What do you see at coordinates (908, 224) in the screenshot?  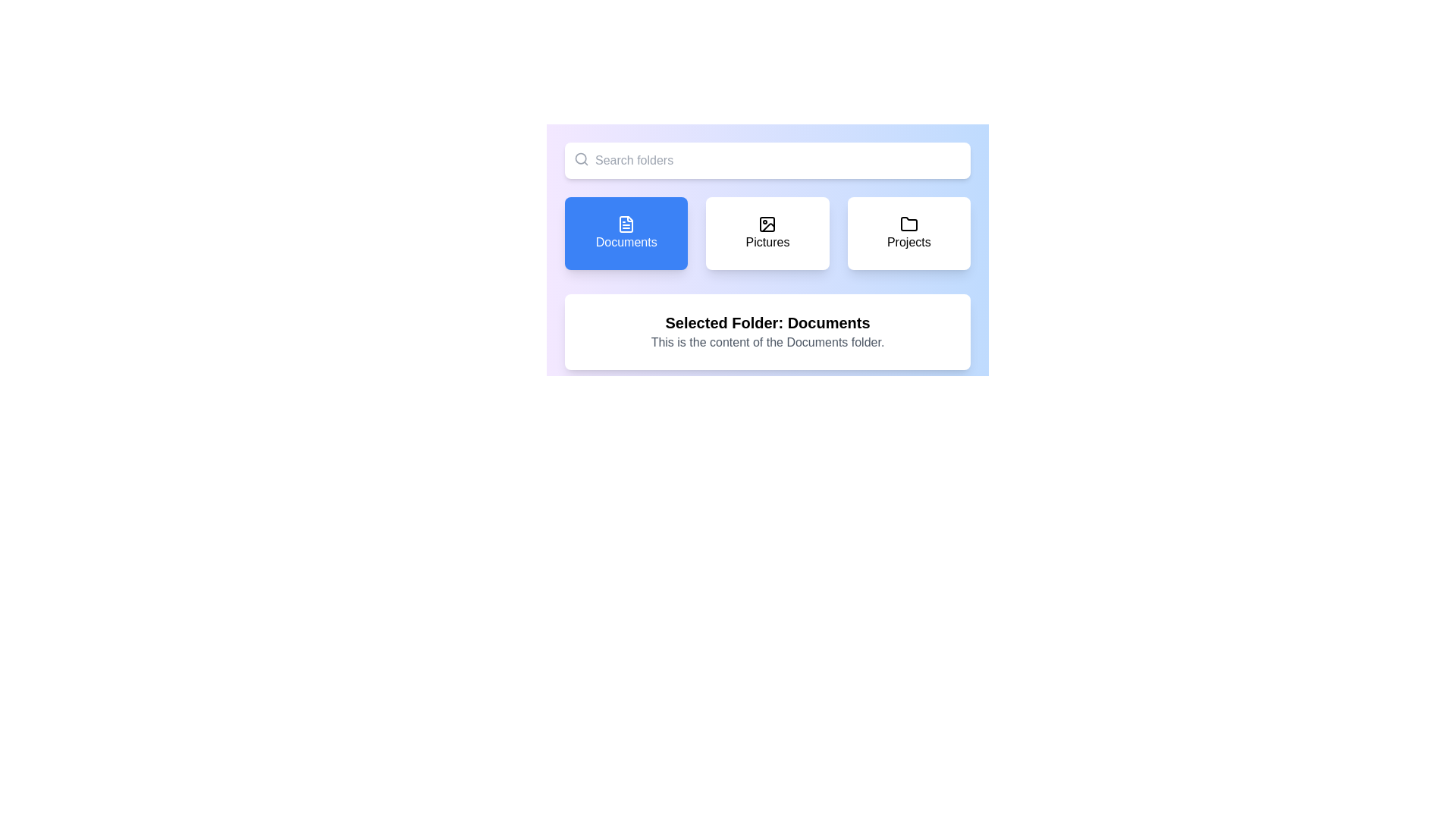 I see `the folder icon representing the 'Projects' section, located at the top-center of the 'Projects' card, as a visual cue` at bounding box center [908, 224].